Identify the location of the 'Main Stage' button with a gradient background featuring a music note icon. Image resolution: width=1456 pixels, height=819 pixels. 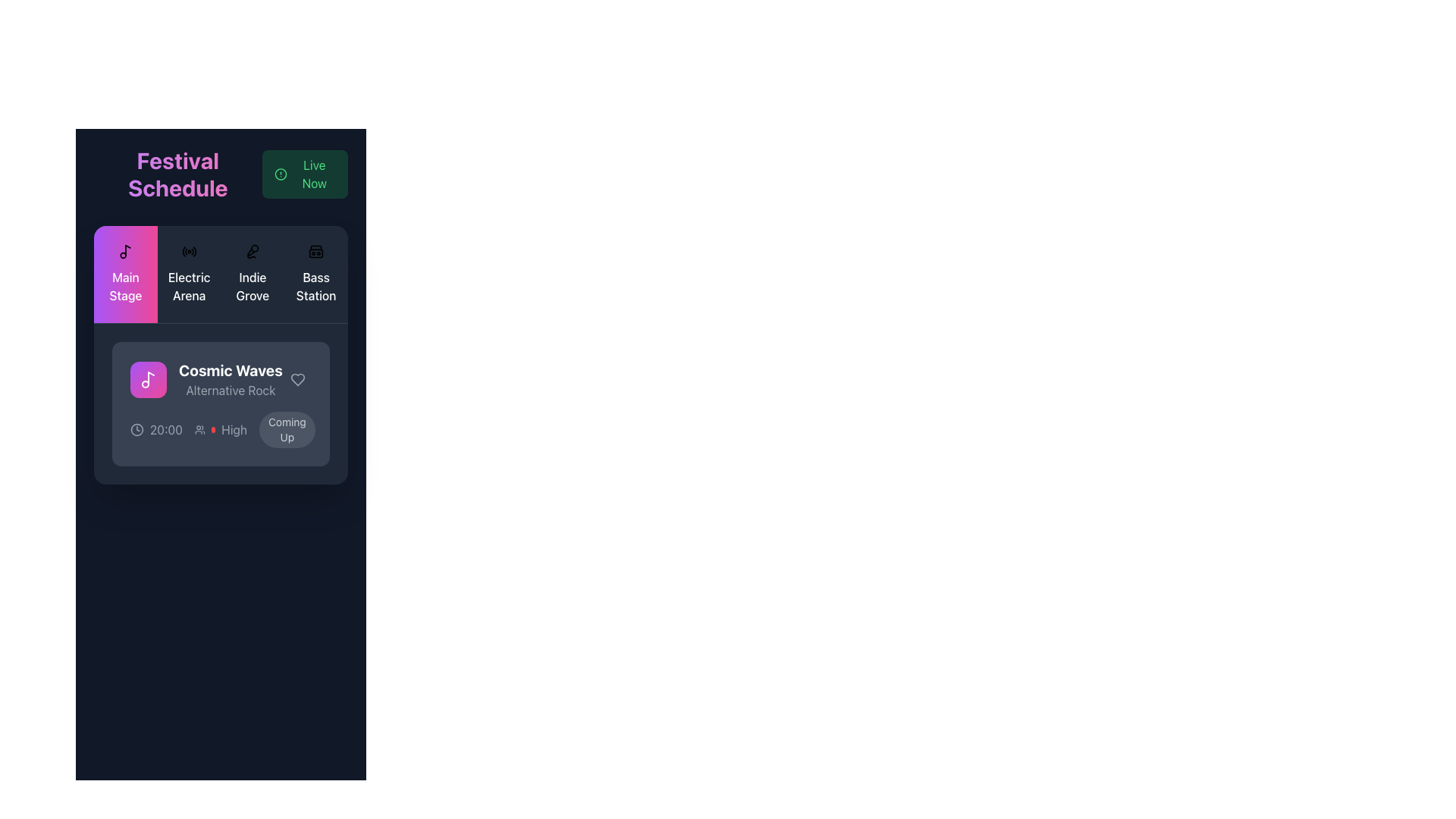
(125, 275).